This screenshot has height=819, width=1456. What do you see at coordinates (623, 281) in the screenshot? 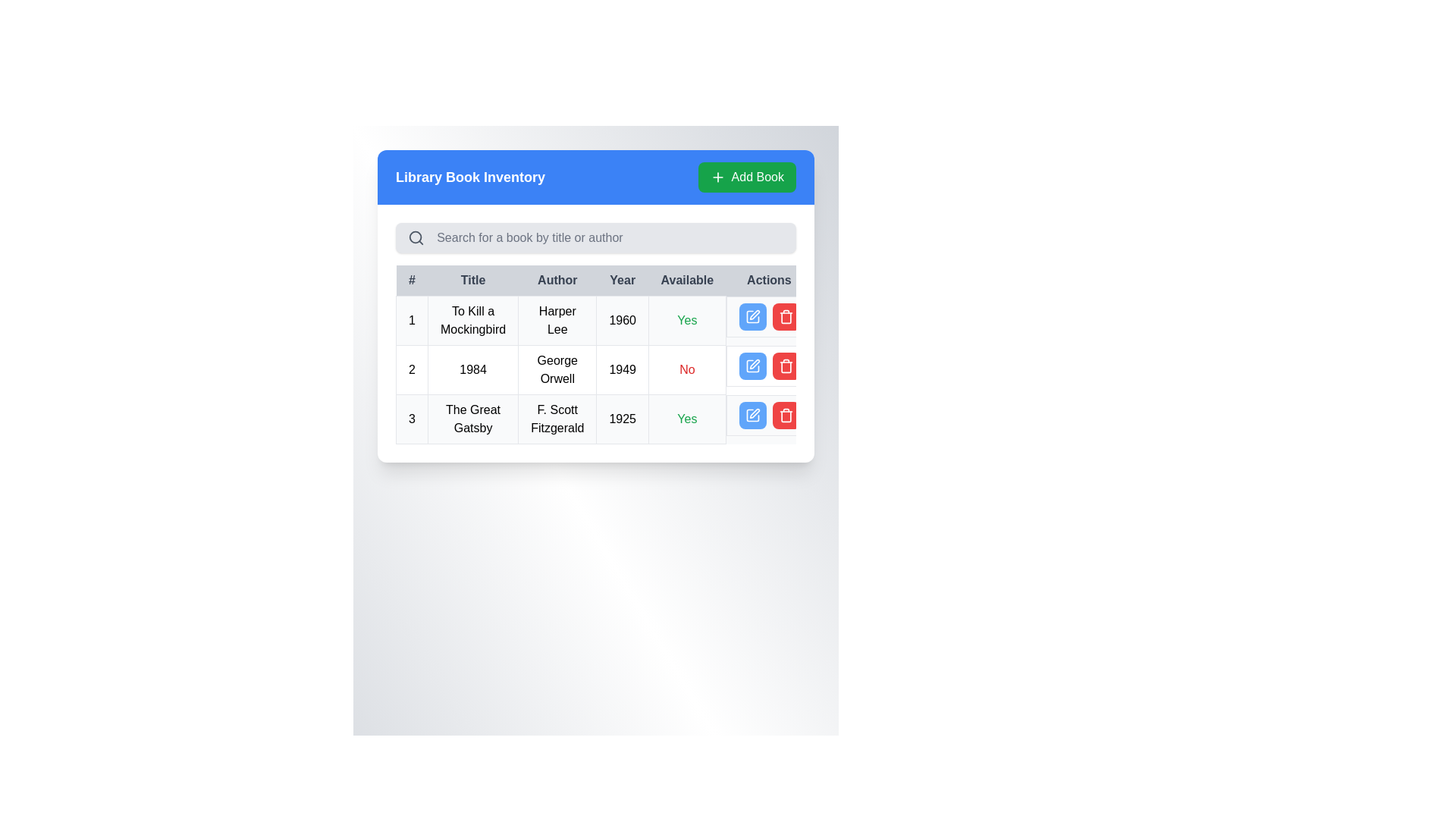
I see `the table header labeled 'Year', which is displayed in a medium-dark font against a light gray background, positioned between 'Author' and 'Available'` at bounding box center [623, 281].